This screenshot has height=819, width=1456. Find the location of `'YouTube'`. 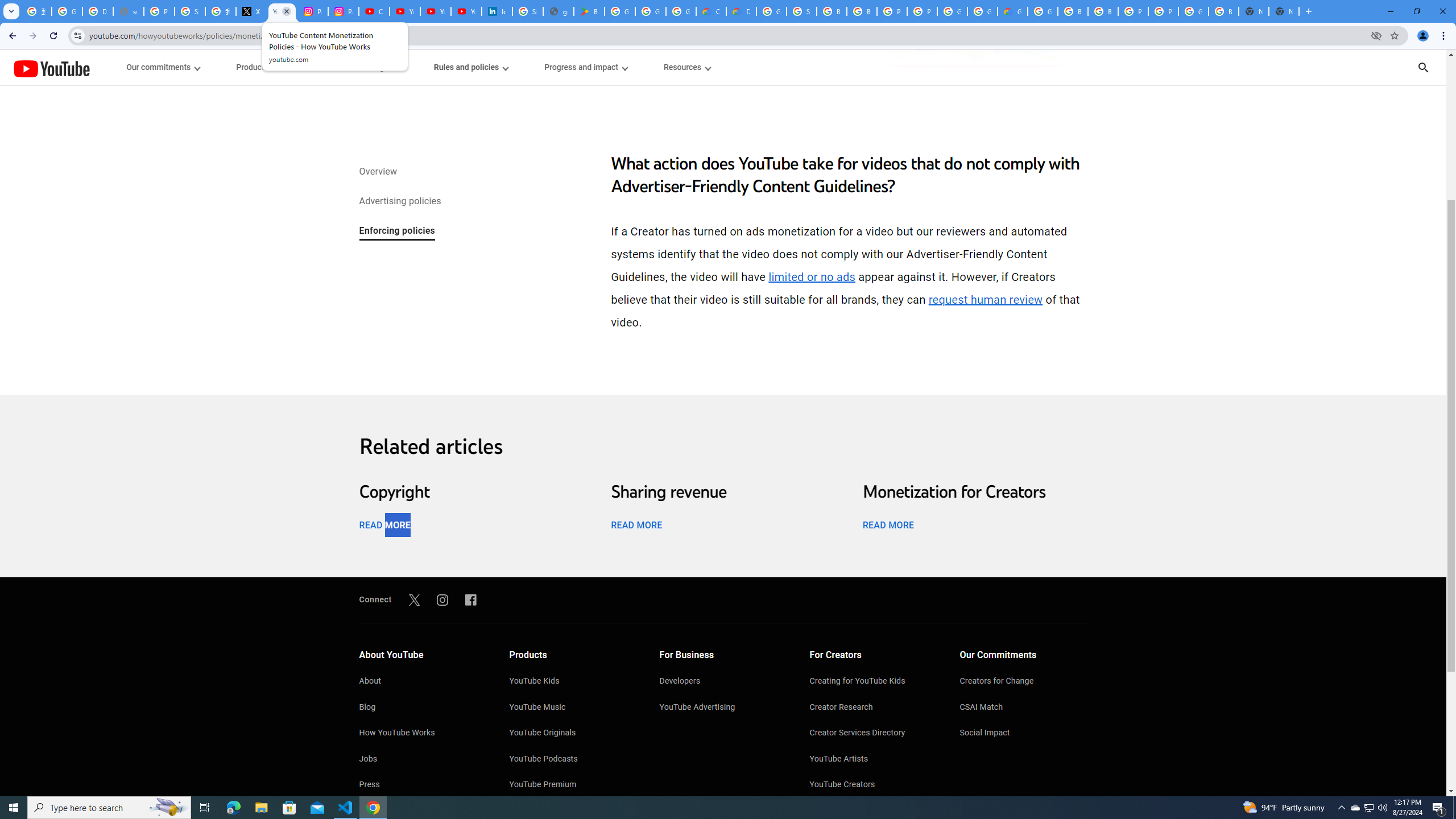

'YouTube' is located at coordinates (51, 68).